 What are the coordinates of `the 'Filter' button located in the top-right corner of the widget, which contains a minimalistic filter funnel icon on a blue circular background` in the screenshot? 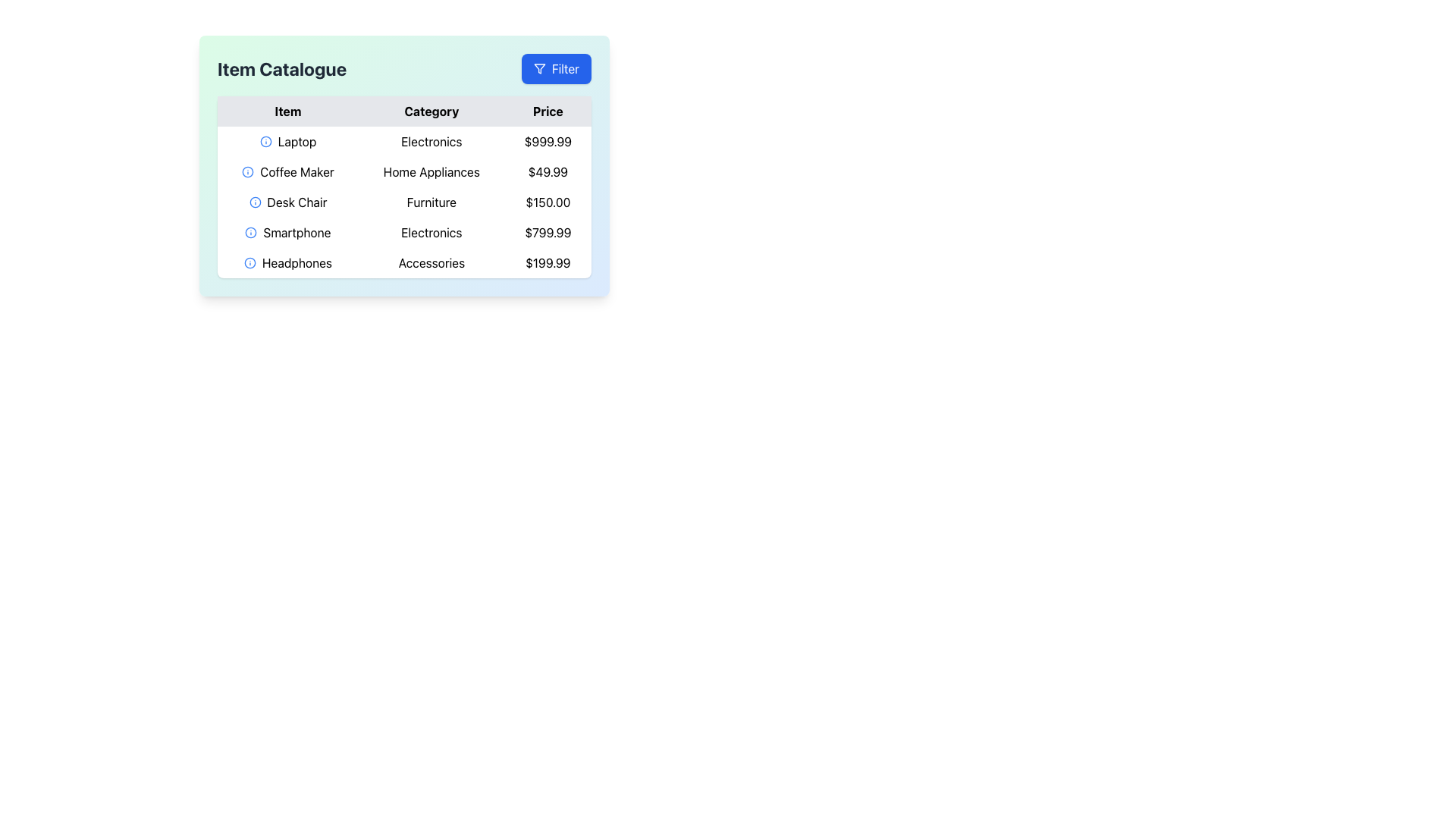 It's located at (539, 69).